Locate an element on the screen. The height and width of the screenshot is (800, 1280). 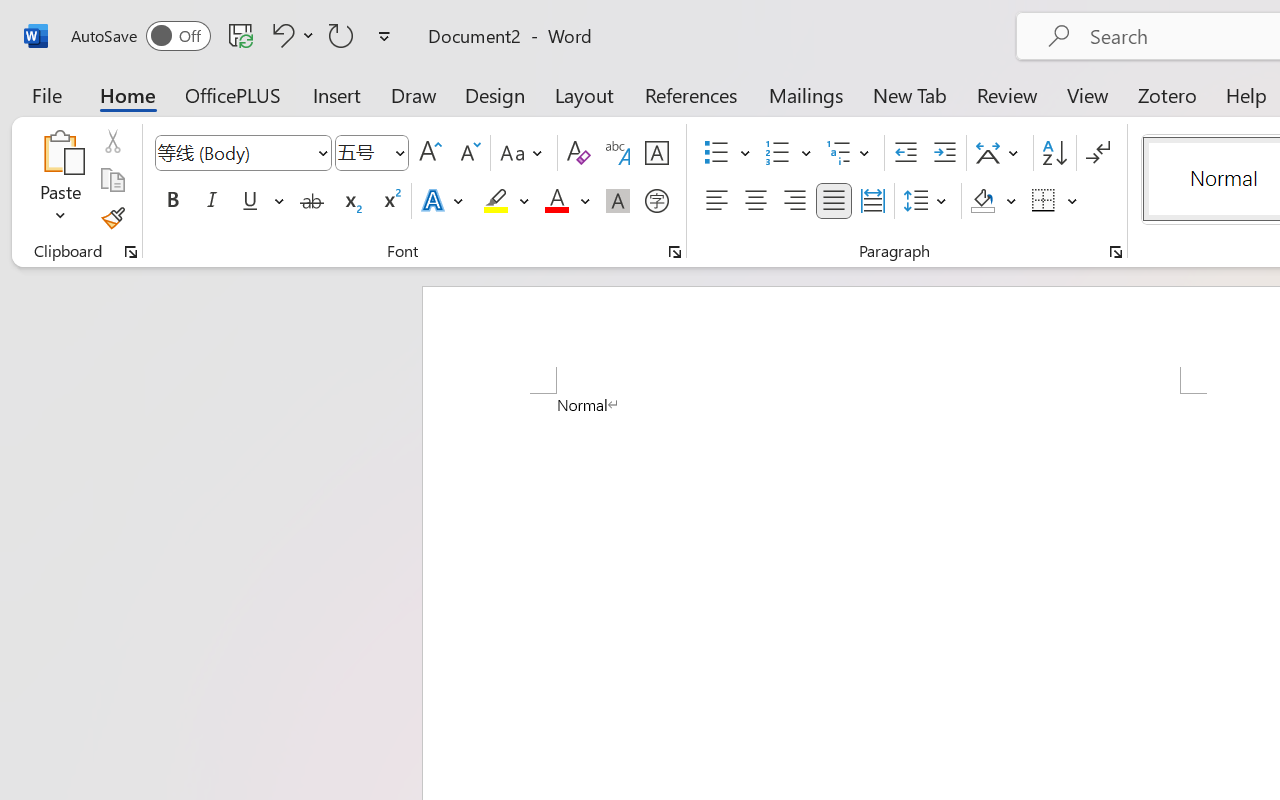
'Underline' is located at coordinates (260, 201).